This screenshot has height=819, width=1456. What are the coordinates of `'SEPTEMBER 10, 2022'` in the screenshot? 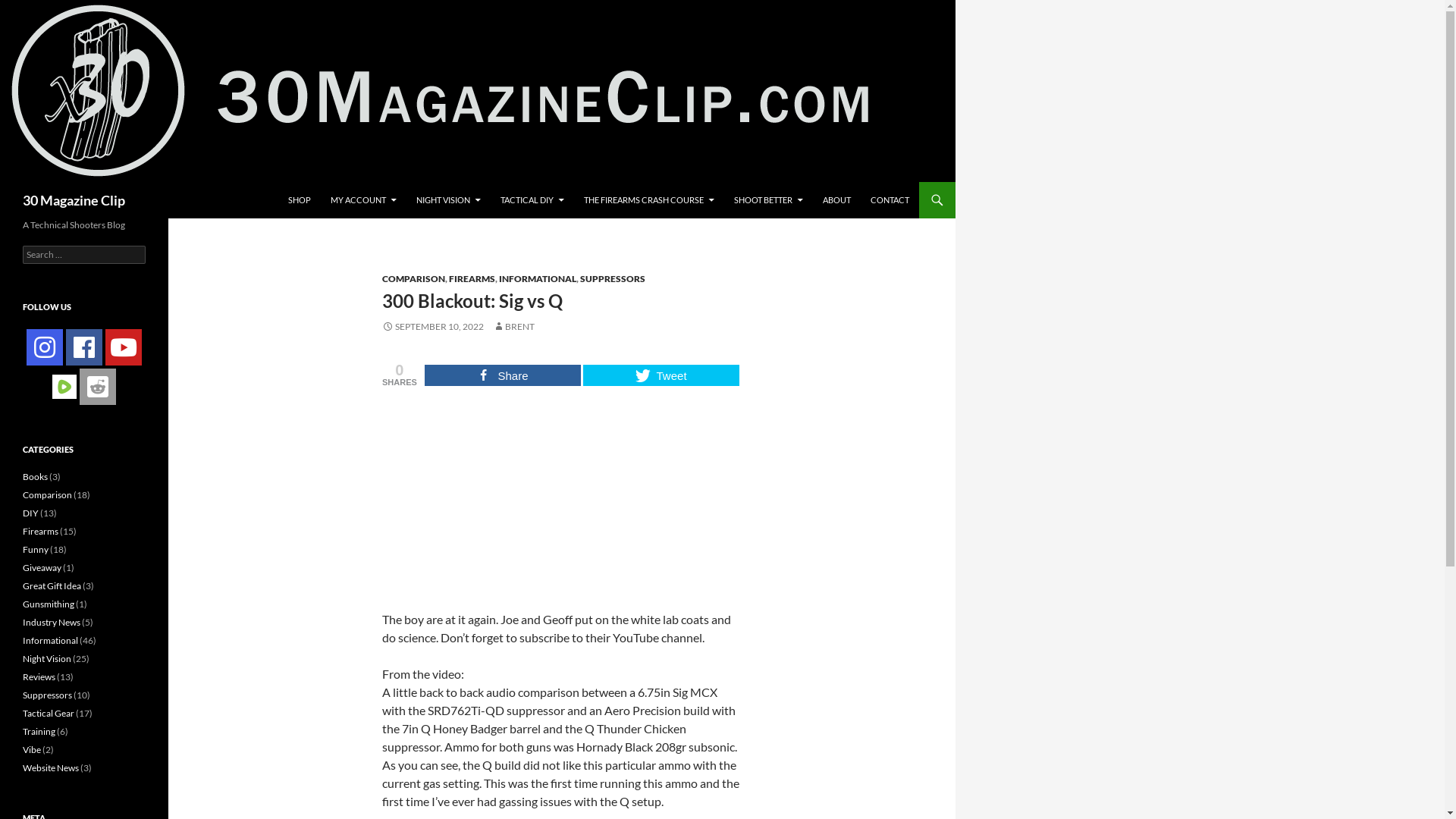 It's located at (432, 325).